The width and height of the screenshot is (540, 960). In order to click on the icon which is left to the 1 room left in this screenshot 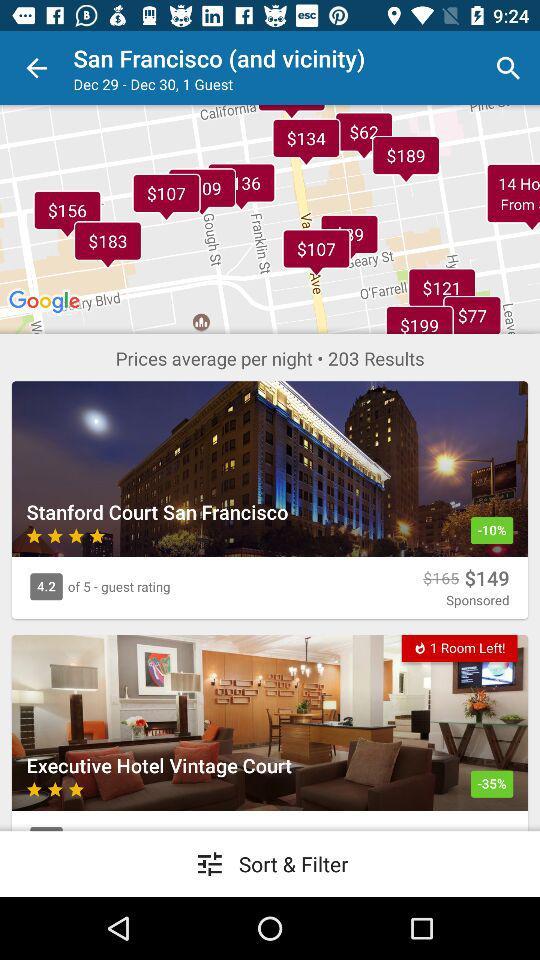, I will do `click(419, 646)`.